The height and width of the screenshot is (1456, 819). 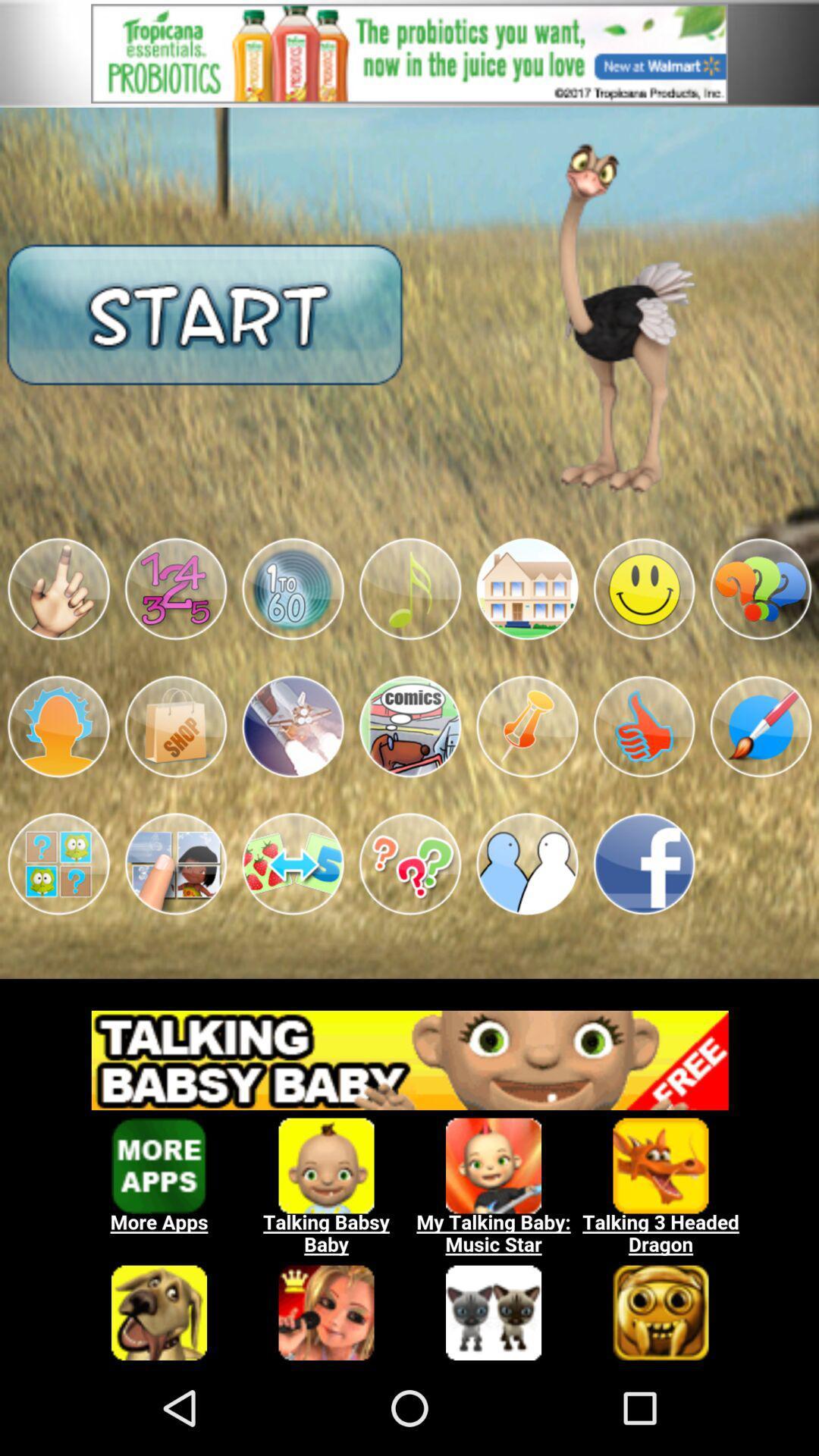 What do you see at coordinates (526, 726) in the screenshot?
I see `open image` at bounding box center [526, 726].